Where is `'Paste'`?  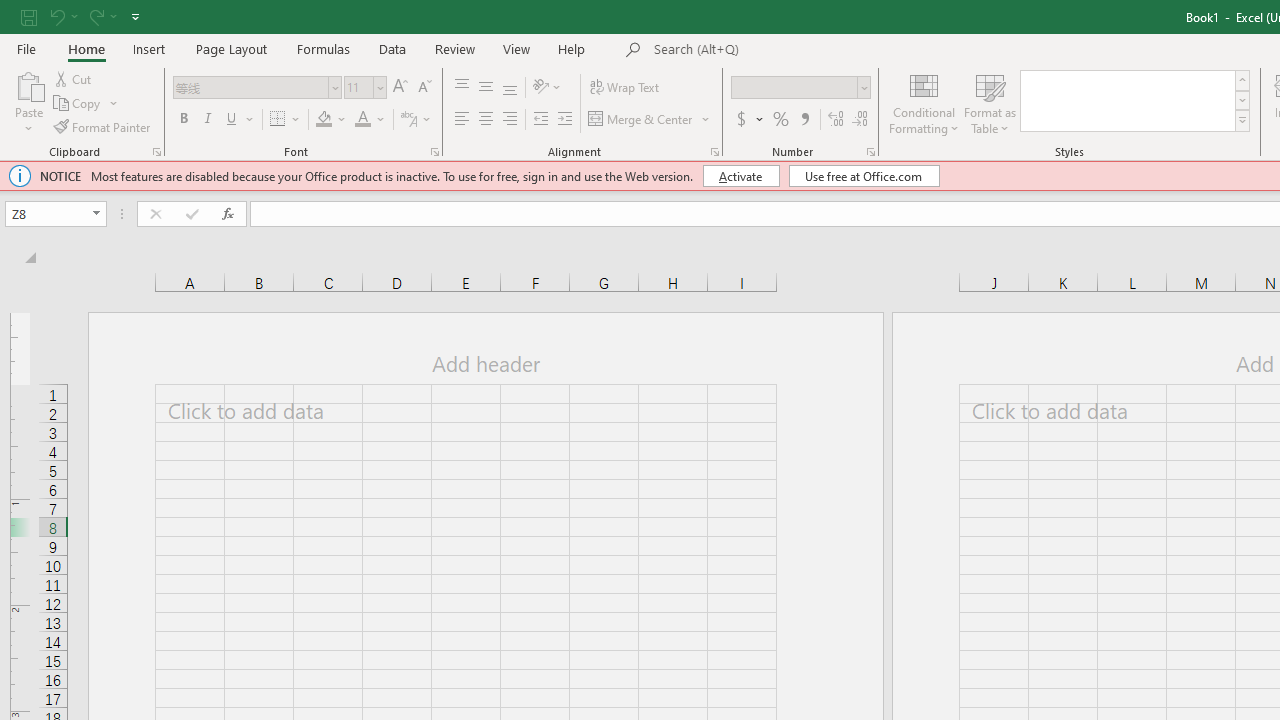 'Paste' is located at coordinates (28, 103).